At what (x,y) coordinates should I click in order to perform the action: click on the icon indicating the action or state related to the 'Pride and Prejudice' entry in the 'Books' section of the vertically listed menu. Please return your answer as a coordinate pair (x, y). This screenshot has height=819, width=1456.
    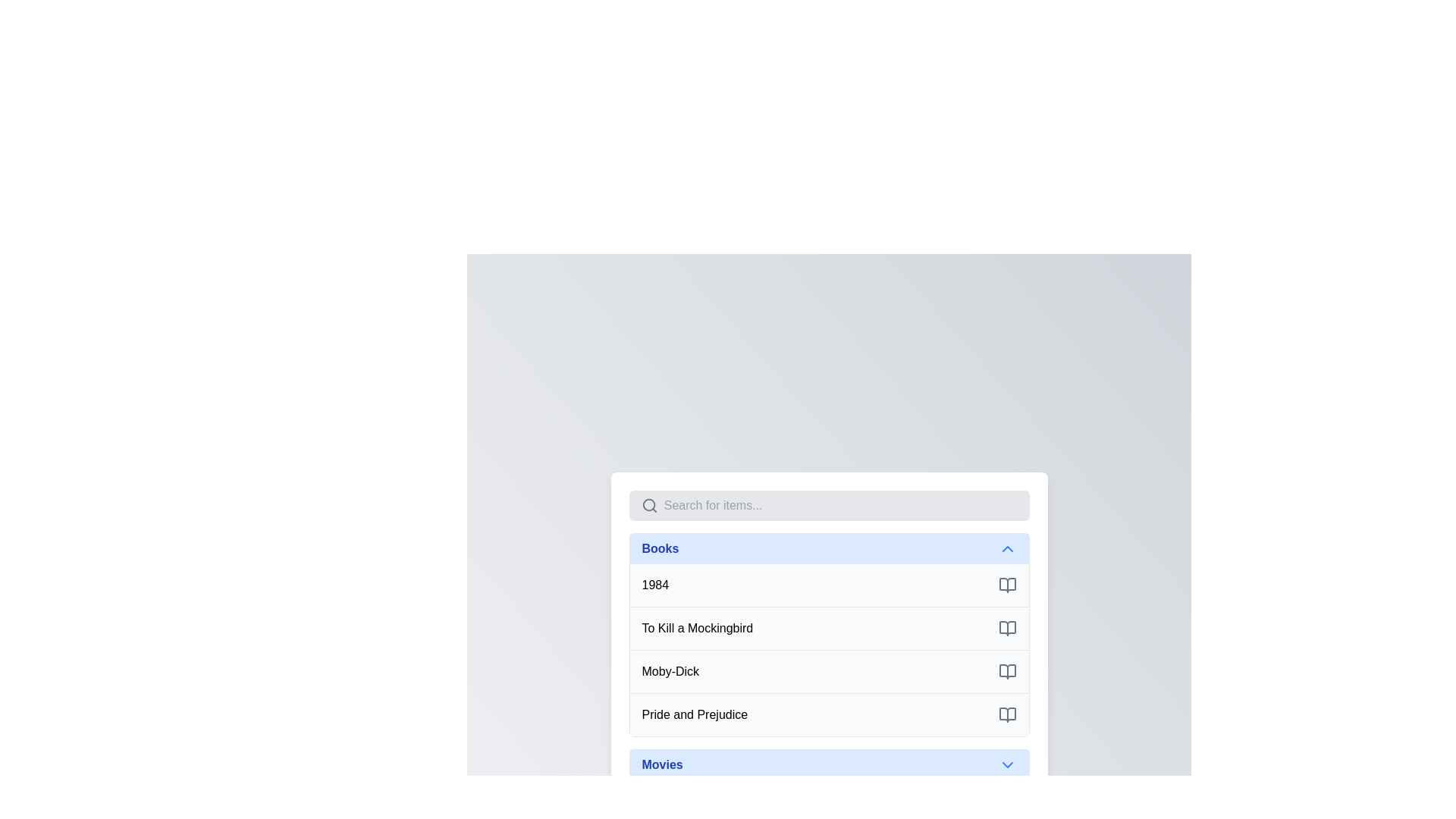
    Looking at the image, I should click on (1007, 714).